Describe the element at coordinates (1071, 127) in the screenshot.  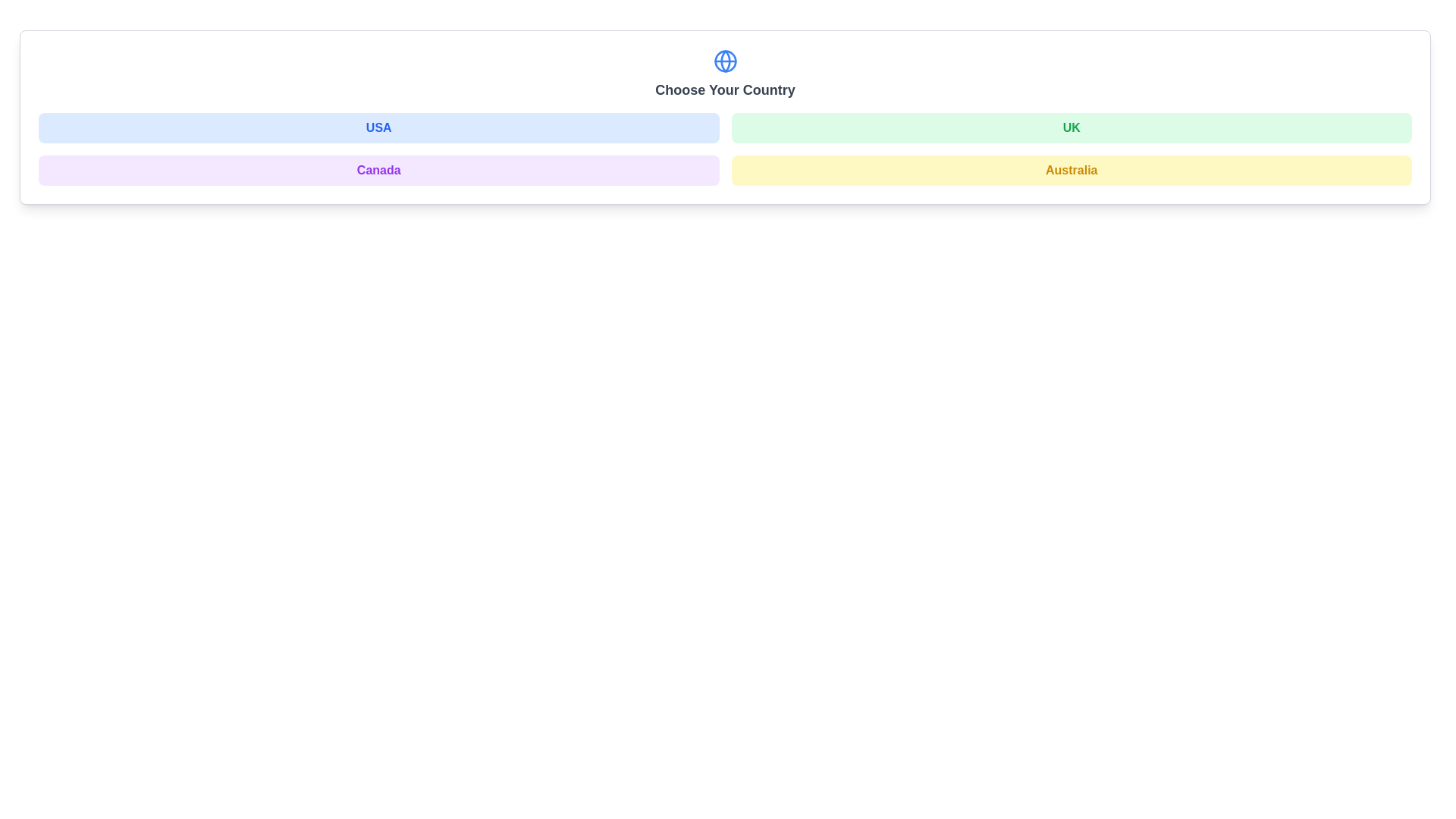
I see `the 'UK' country selection button, which is the second button in the top row` at that location.